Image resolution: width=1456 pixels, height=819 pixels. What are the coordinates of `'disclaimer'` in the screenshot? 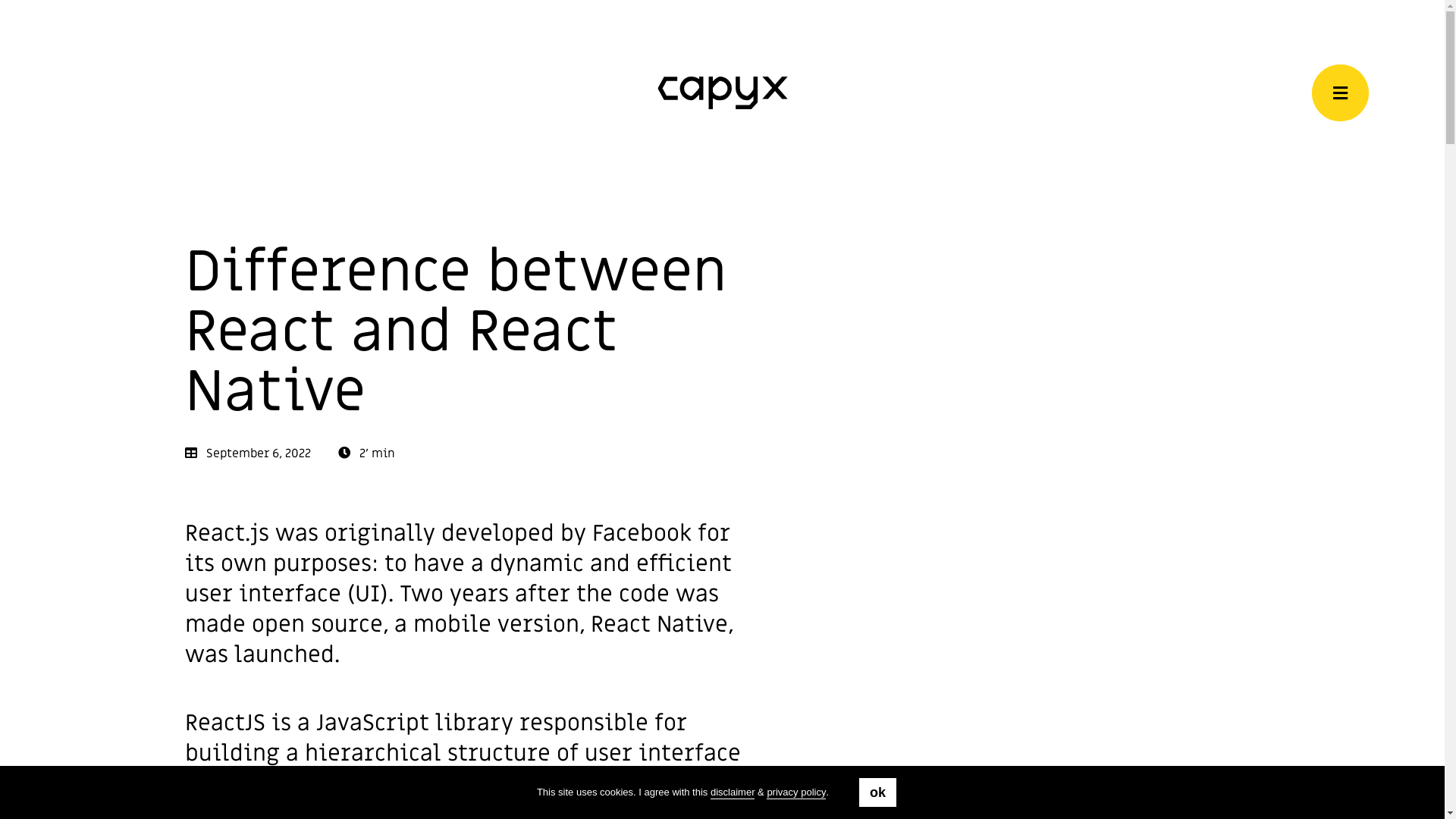 It's located at (733, 792).